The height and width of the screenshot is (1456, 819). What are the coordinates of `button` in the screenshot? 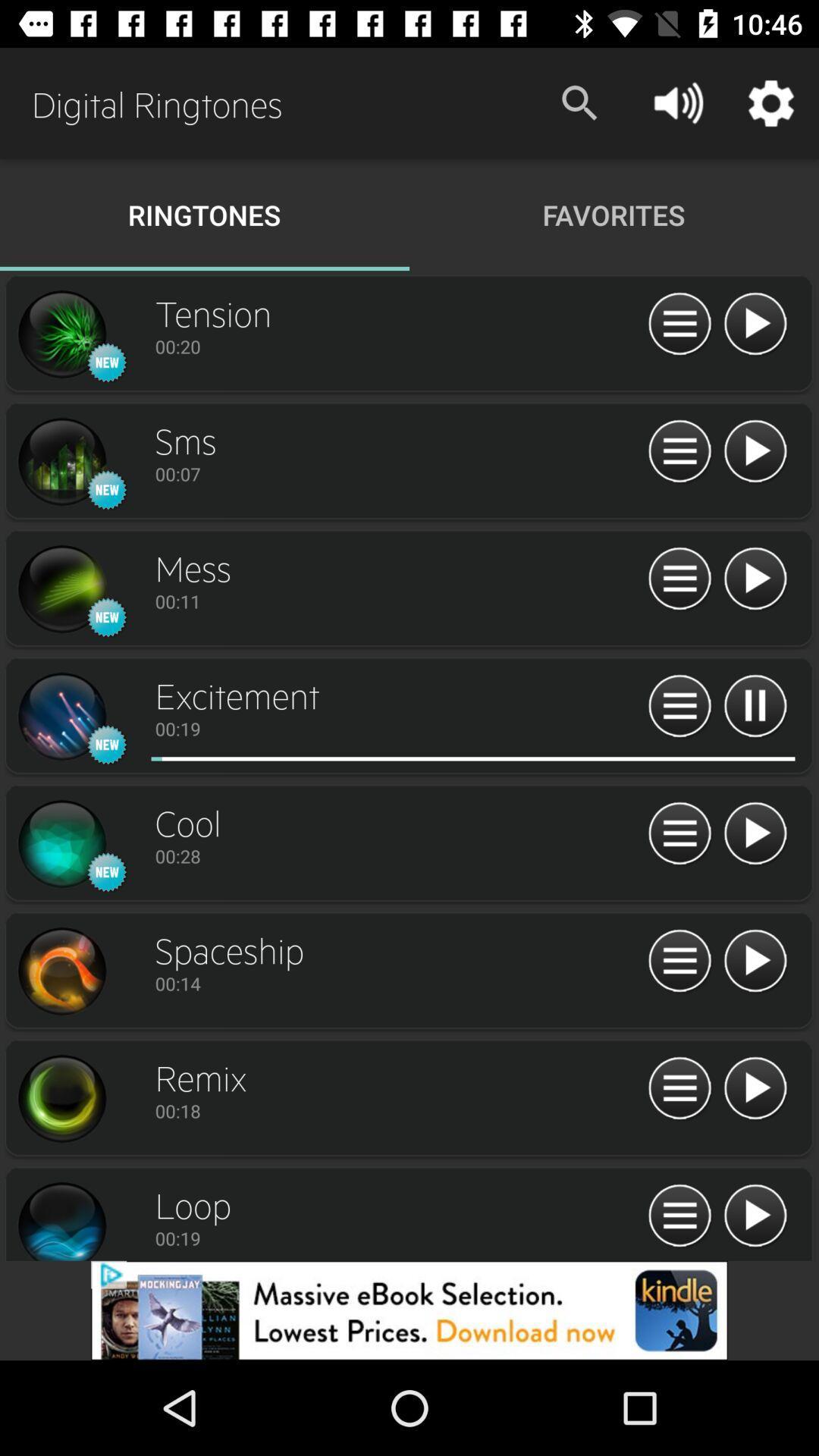 It's located at (755, 324).